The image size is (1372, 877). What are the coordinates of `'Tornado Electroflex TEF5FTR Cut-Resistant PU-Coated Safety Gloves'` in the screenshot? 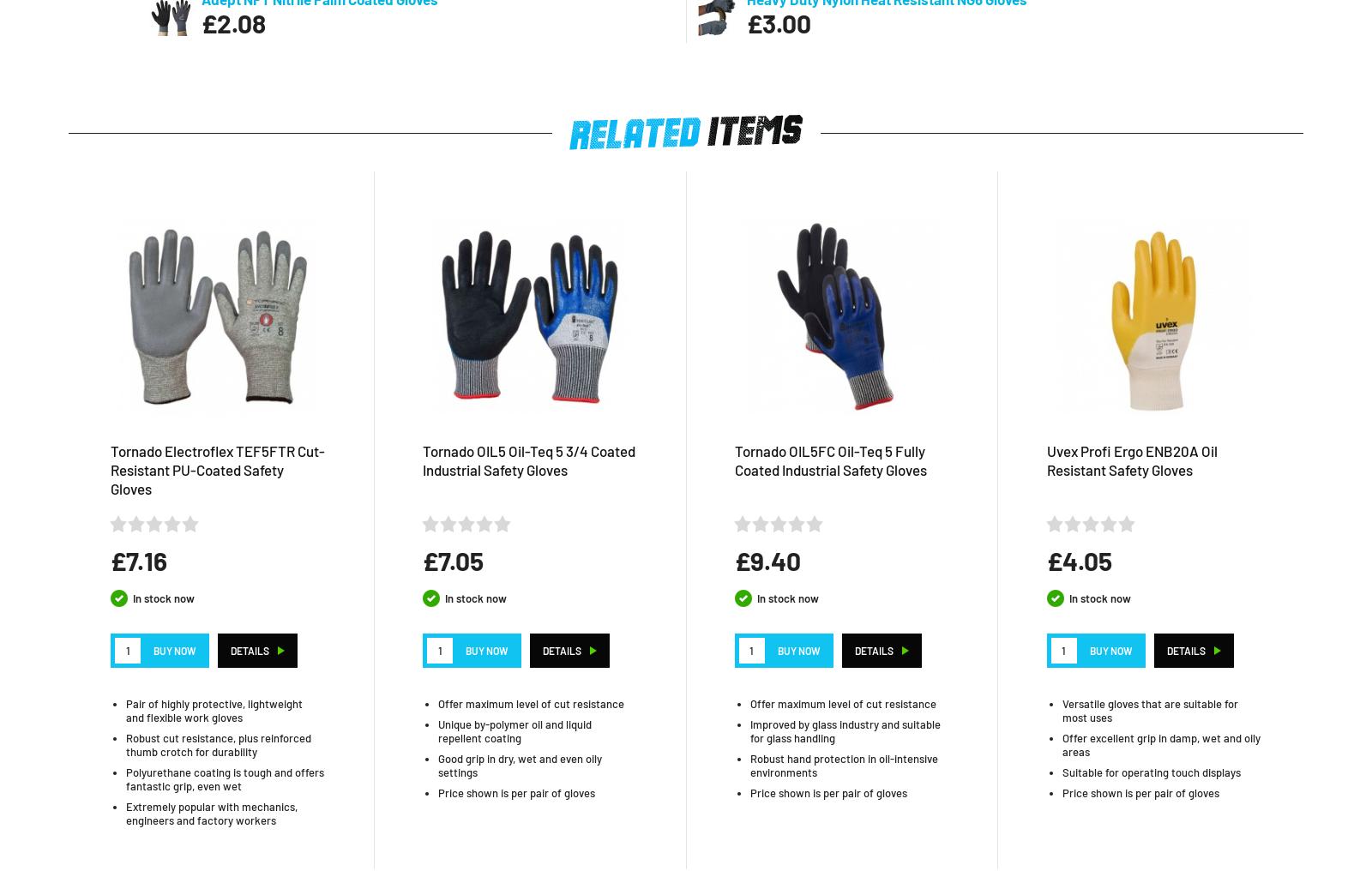 It's located at (218, 468).